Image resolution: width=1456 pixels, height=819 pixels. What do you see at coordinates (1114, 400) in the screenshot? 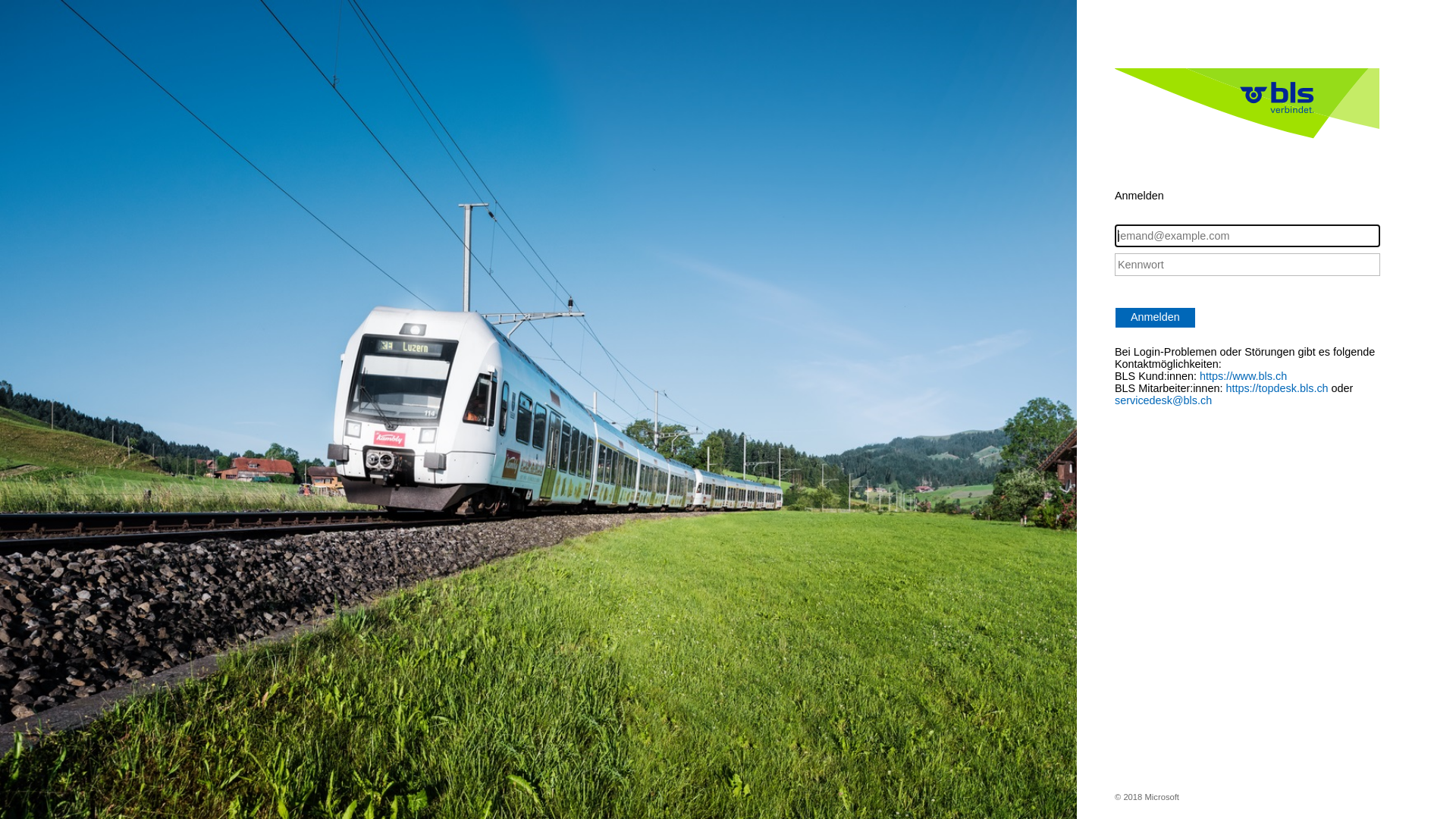
I see `'servicedesk@bls.ch'` at bounding box center [1114, 400].